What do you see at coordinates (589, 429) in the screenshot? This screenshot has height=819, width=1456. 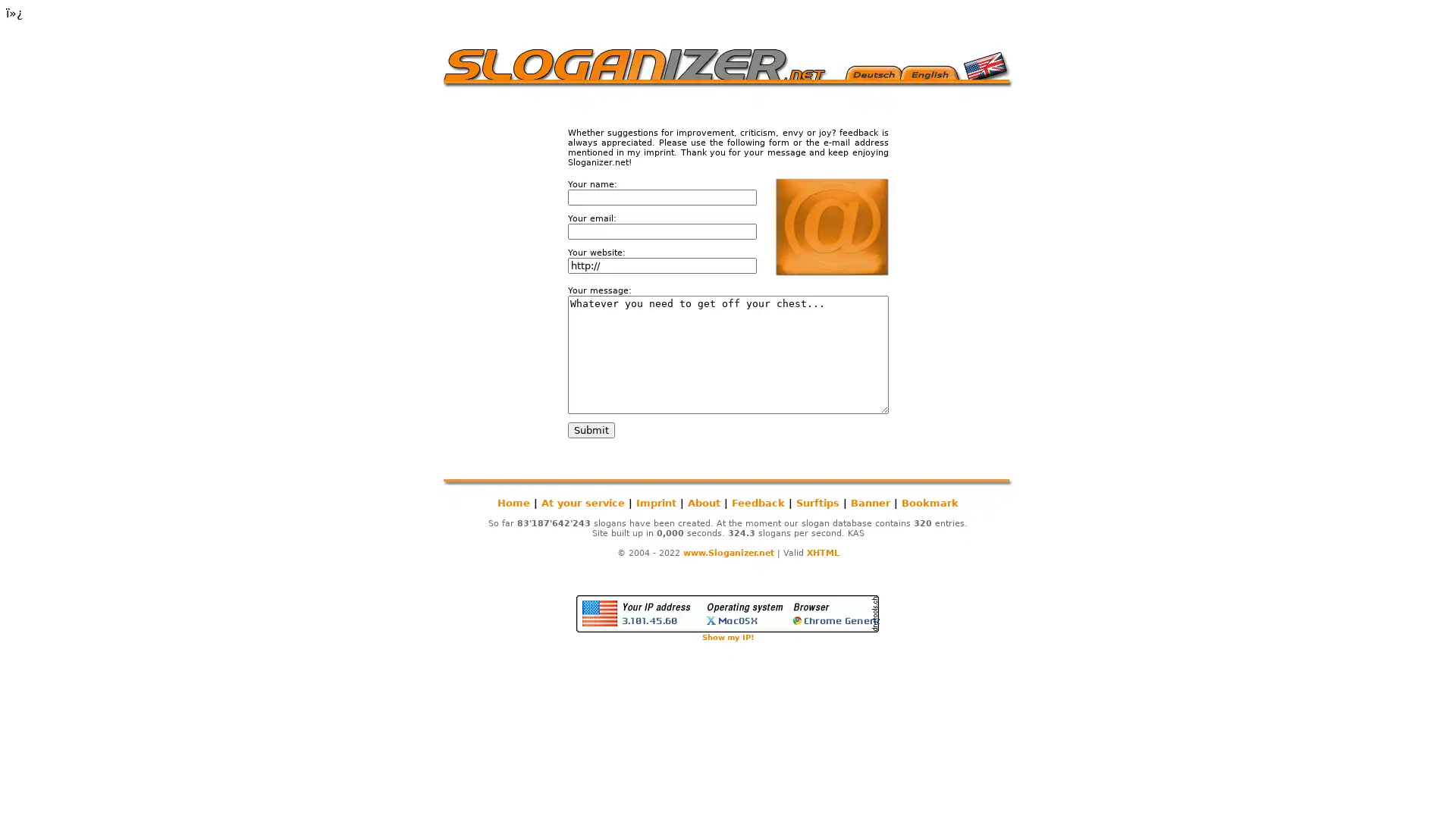 I see `Submit` at bounding box center [589, 429].